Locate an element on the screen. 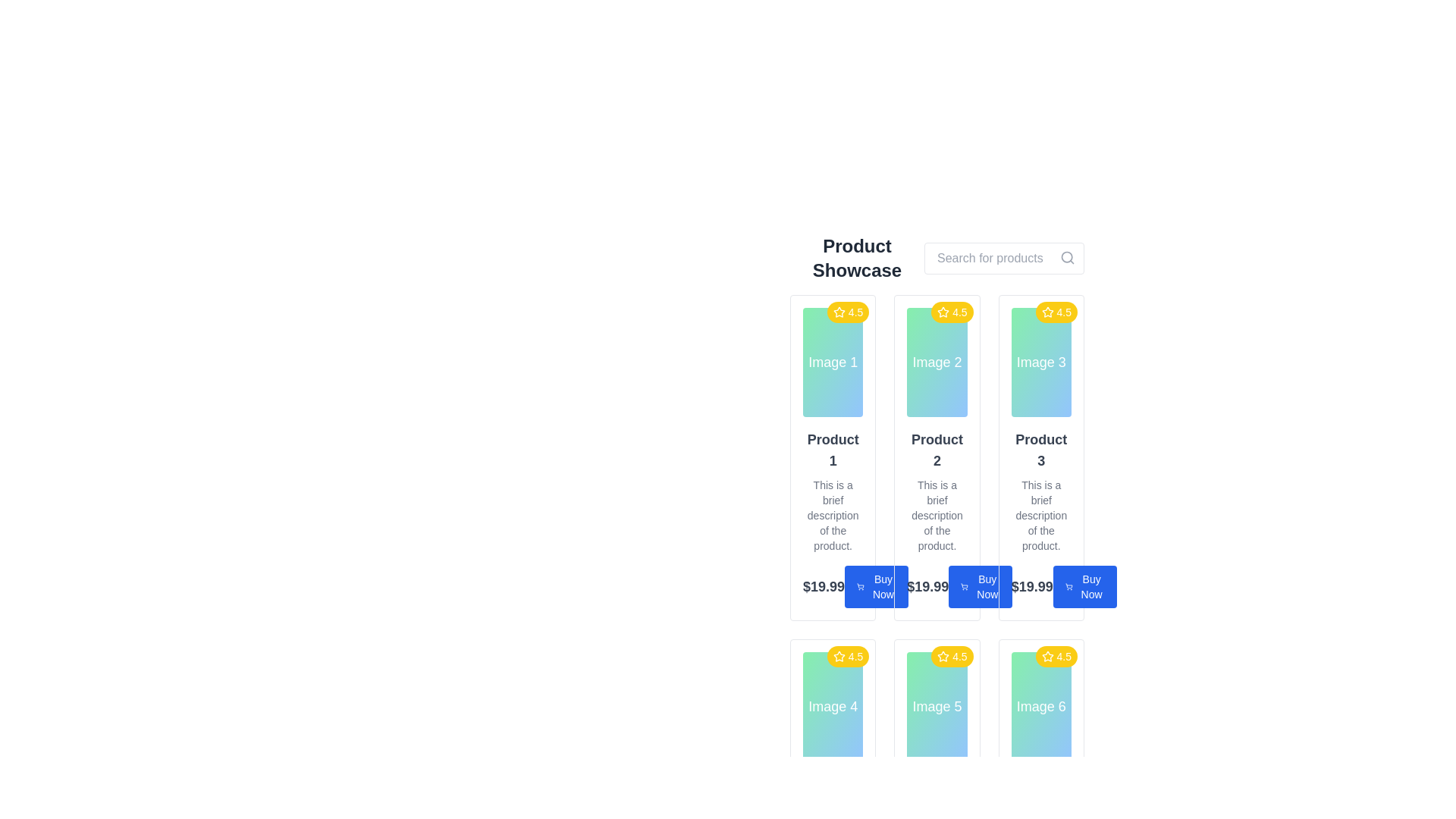 The height and width of the screenshot is (819, 1456). the Badge or rating indicator located in the top-right corner of the 'Product 4' card, which displays the product's rating to the user is located at coordinates (847, 656).